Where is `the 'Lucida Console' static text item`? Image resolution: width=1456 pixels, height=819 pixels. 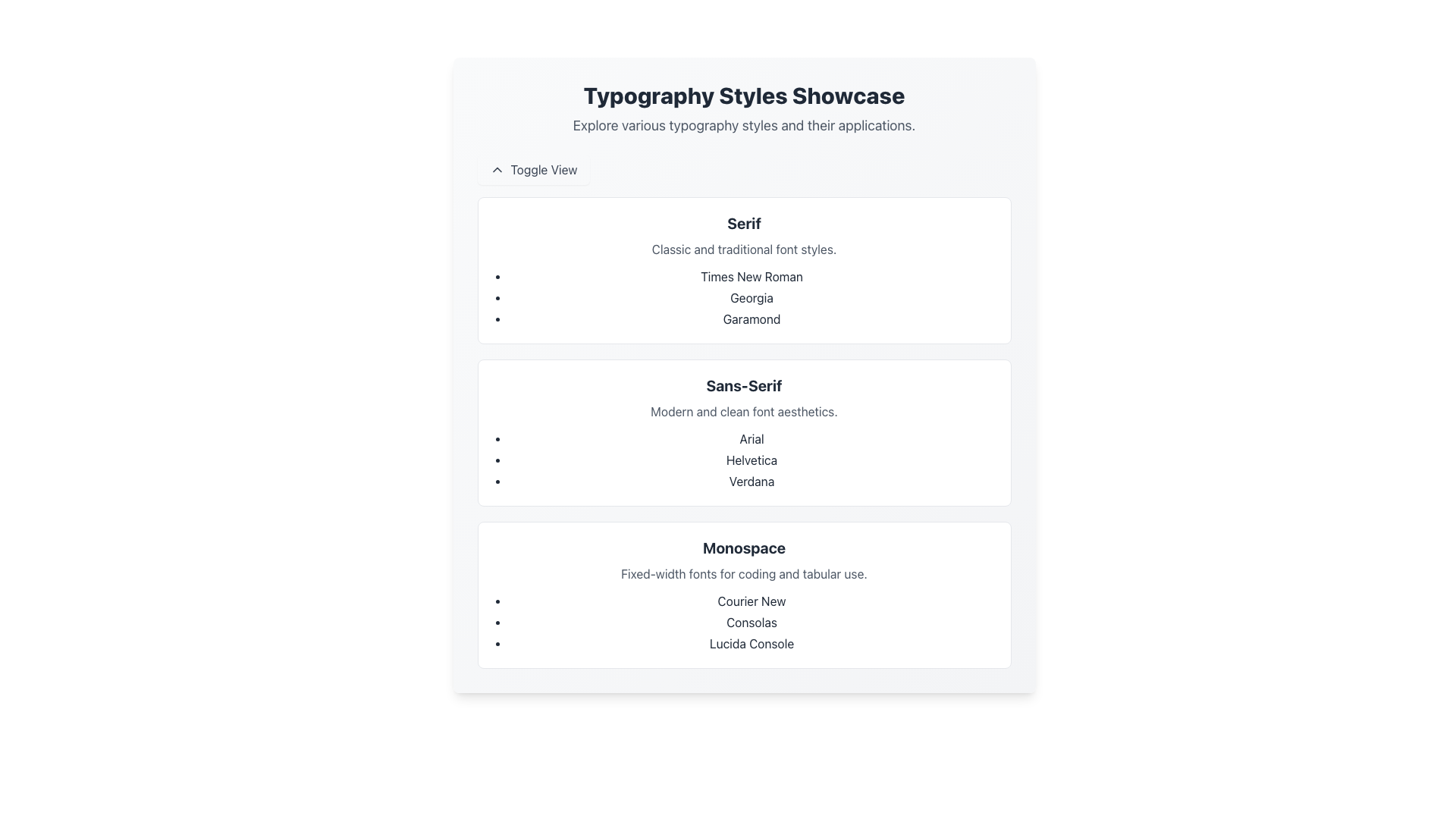
the 'Lucida Console' static text item is located at coordinates (752, 643).